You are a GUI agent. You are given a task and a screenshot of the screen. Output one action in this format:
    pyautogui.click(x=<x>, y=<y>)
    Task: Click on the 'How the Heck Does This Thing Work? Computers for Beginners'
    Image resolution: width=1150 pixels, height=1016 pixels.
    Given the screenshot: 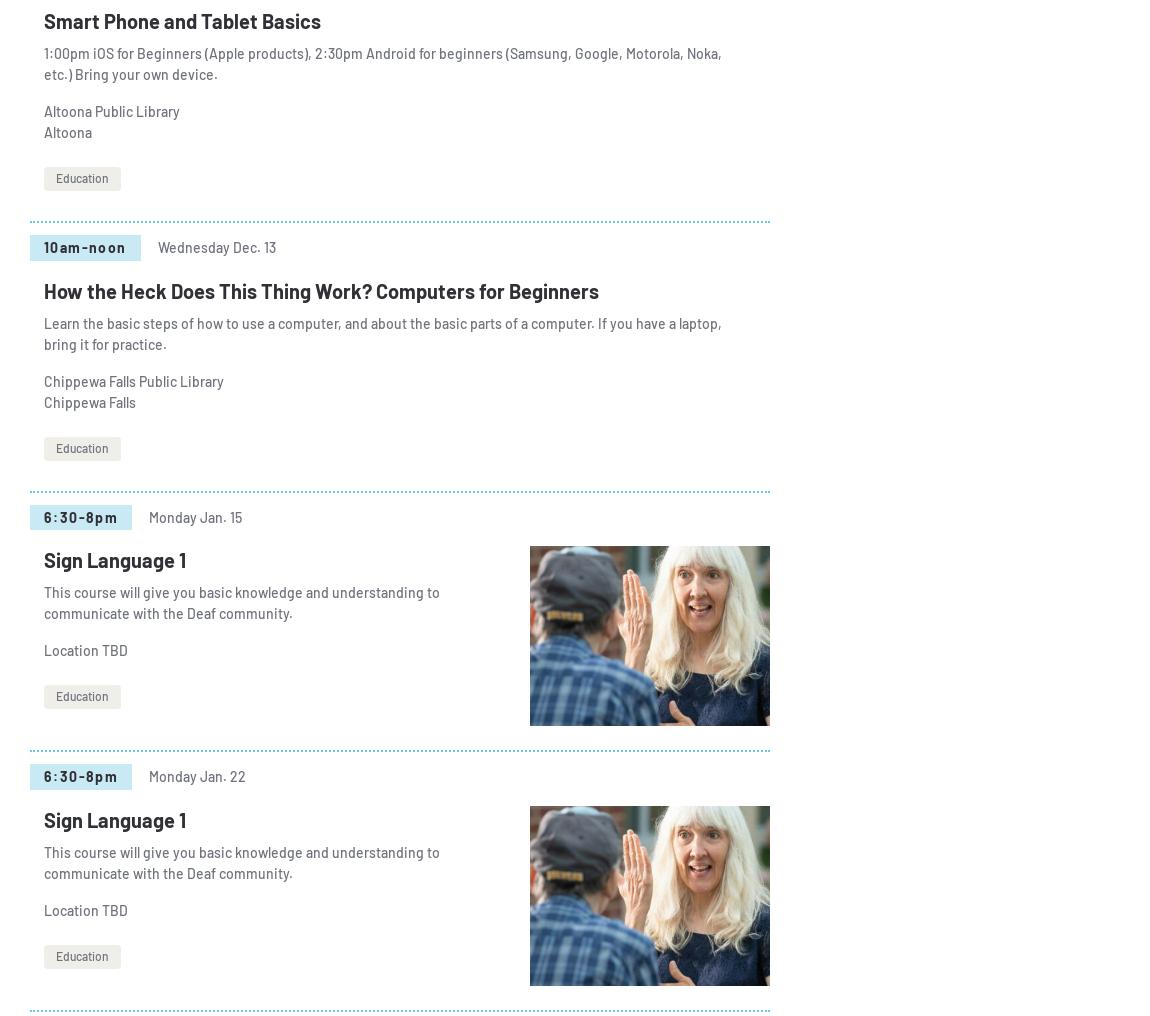 What is the action you would take?
    pyautogui.click(x=43, y=288)
    